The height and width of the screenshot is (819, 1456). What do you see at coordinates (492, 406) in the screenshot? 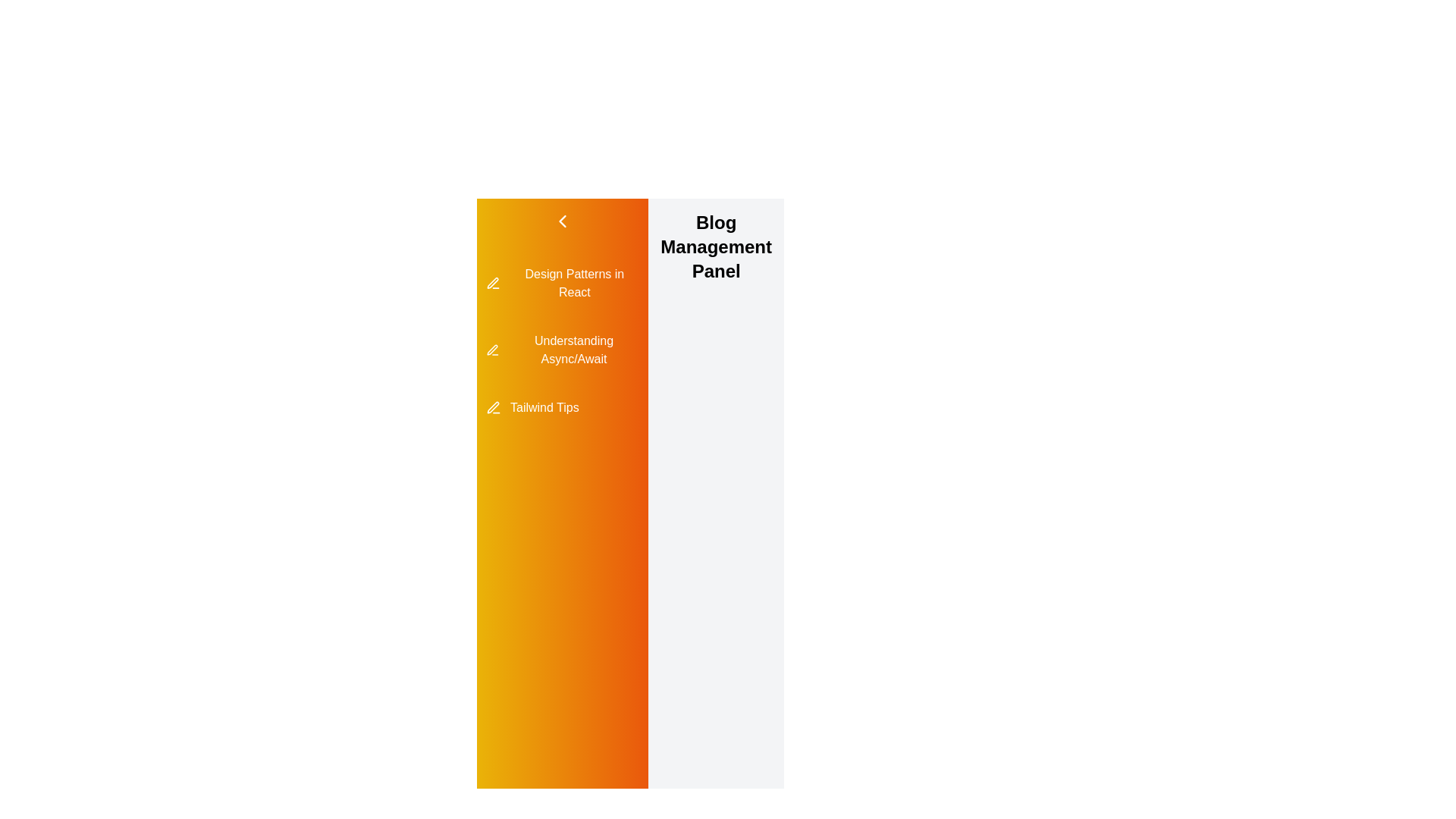
I see `the icon associated with the blog entry titled Tailwind Tips` at bounding box center [492, 406].